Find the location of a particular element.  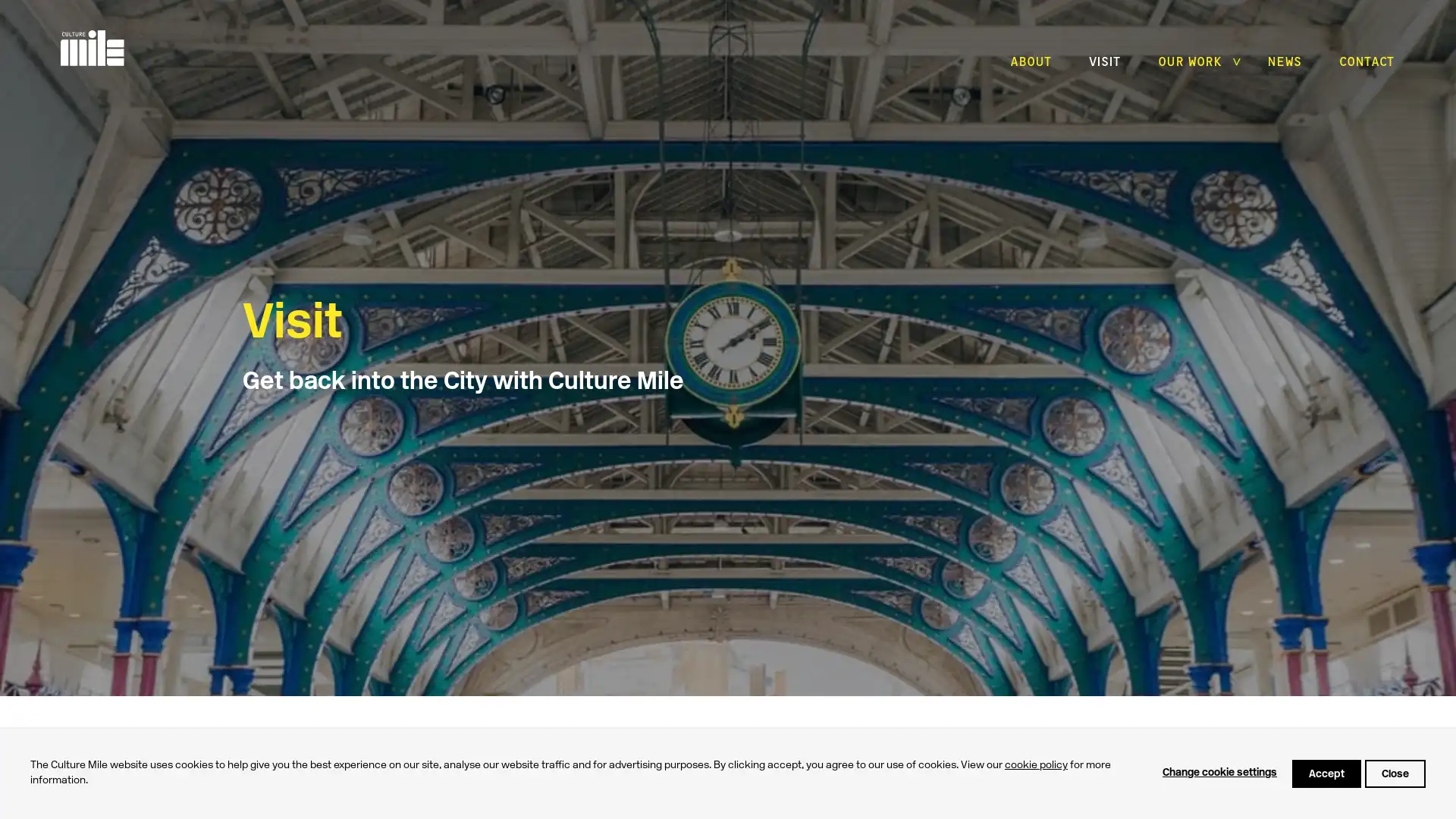

Close is located at coordinates (1395, 773).